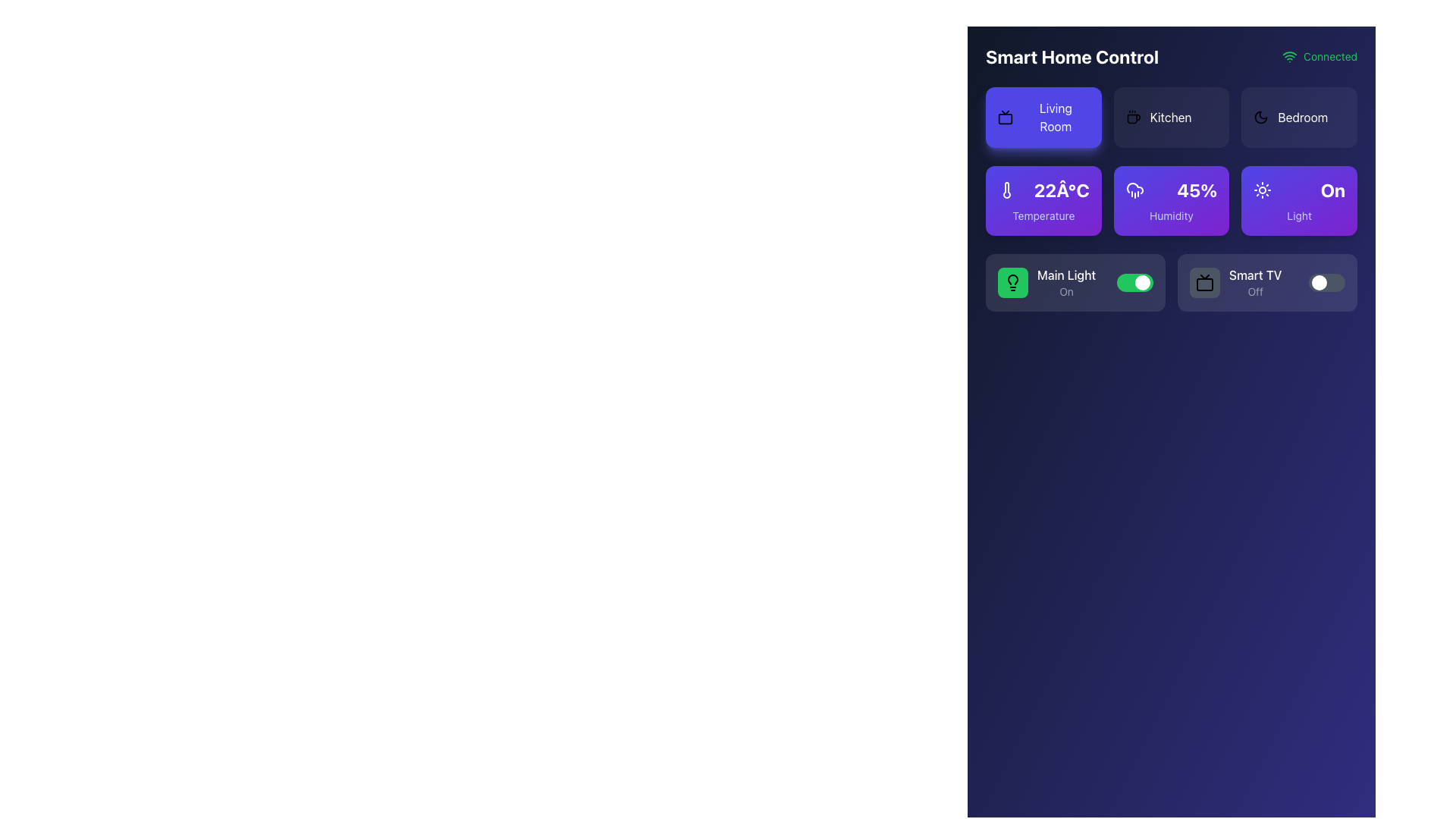 The image size is (1456, 819). Describe the element at coordinates (1171, 200) in the screenshot. I see `the Informational display card featuring a gradient background from indigo to purple, displaying '45%' in bold white font and 'Humidity' below it` at that location.